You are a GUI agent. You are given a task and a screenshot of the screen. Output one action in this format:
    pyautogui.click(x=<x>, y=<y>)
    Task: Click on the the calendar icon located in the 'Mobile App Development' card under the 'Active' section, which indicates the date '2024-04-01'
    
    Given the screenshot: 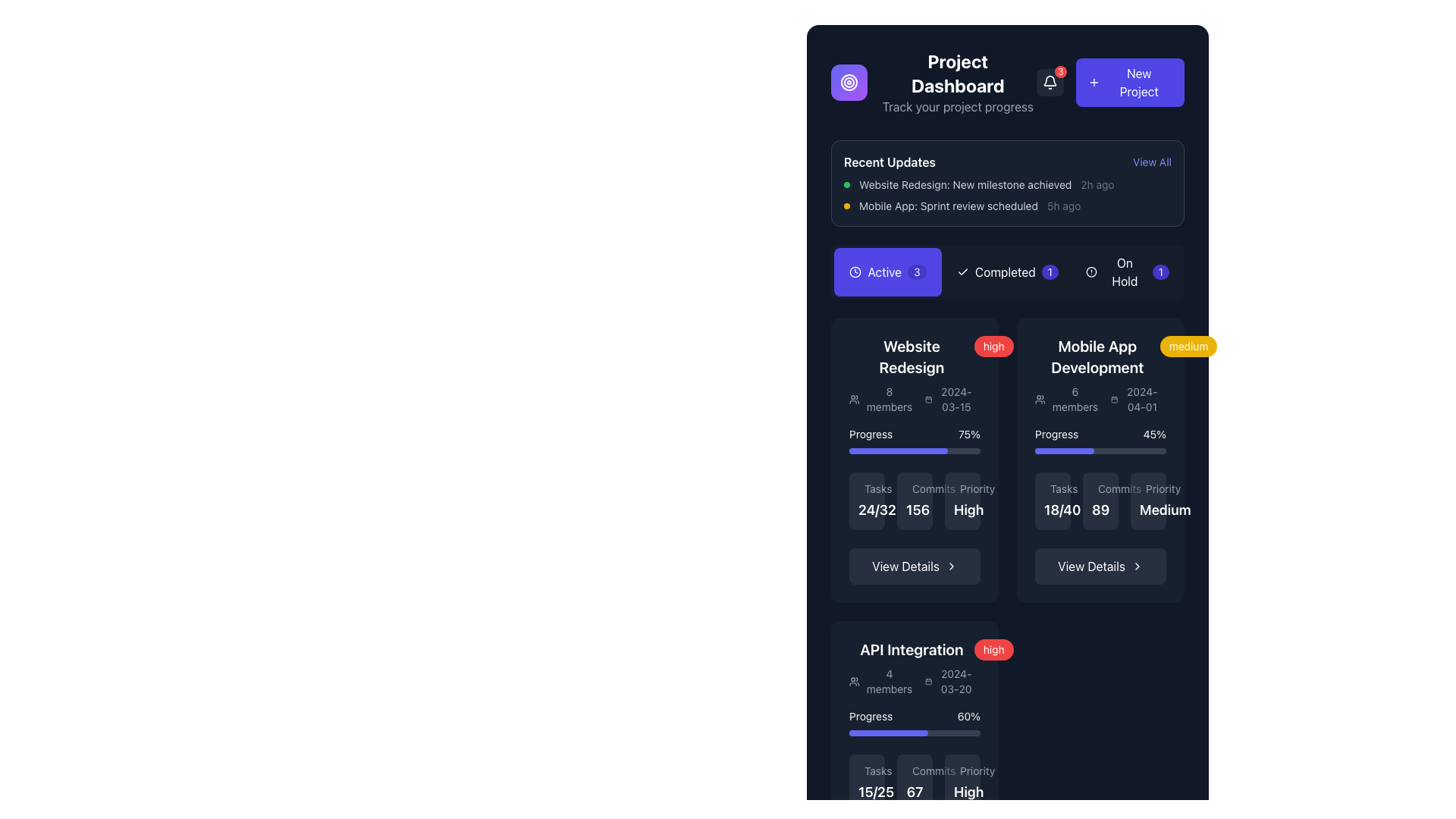 What is the action you would take?
    pyautogui.click(x=1115, y=399)
    